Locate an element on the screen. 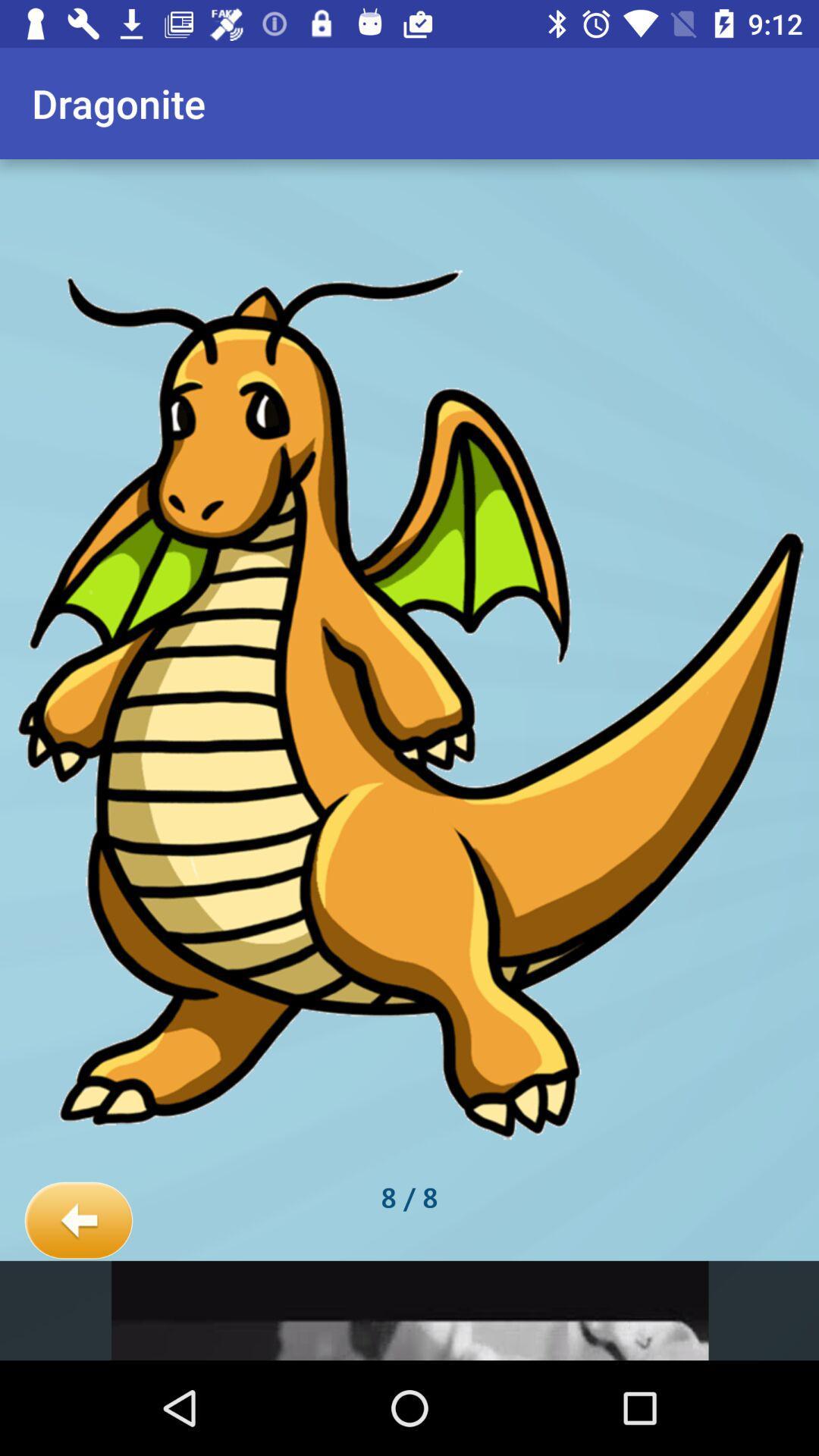  icon at the bottom left corner is located at coordinates (78, 1221).